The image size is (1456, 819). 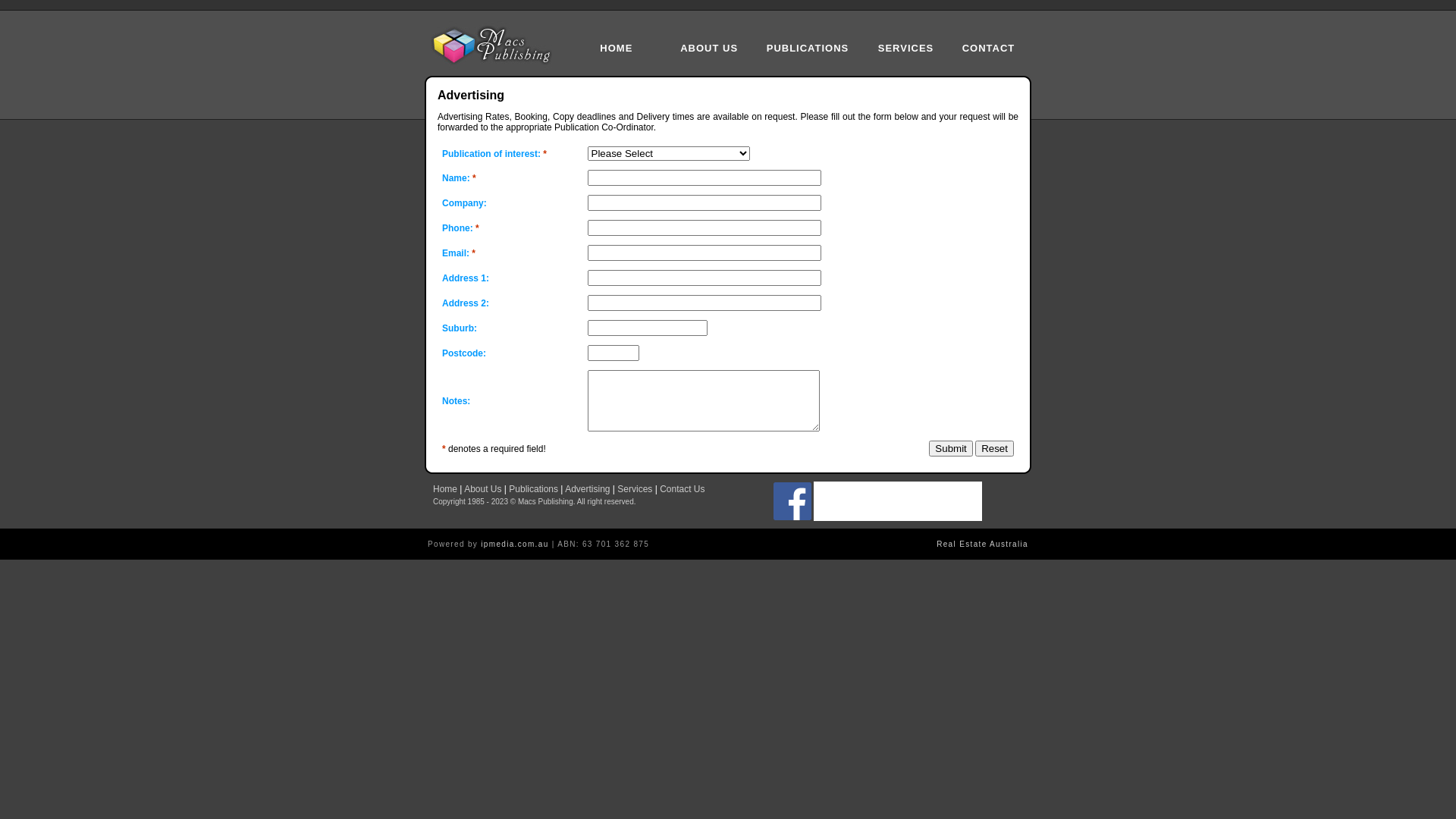 What do you see at coordinates (495, 45) in the screenshot?
I see `'Macs Publishing'` at bounding box center [495, 45].